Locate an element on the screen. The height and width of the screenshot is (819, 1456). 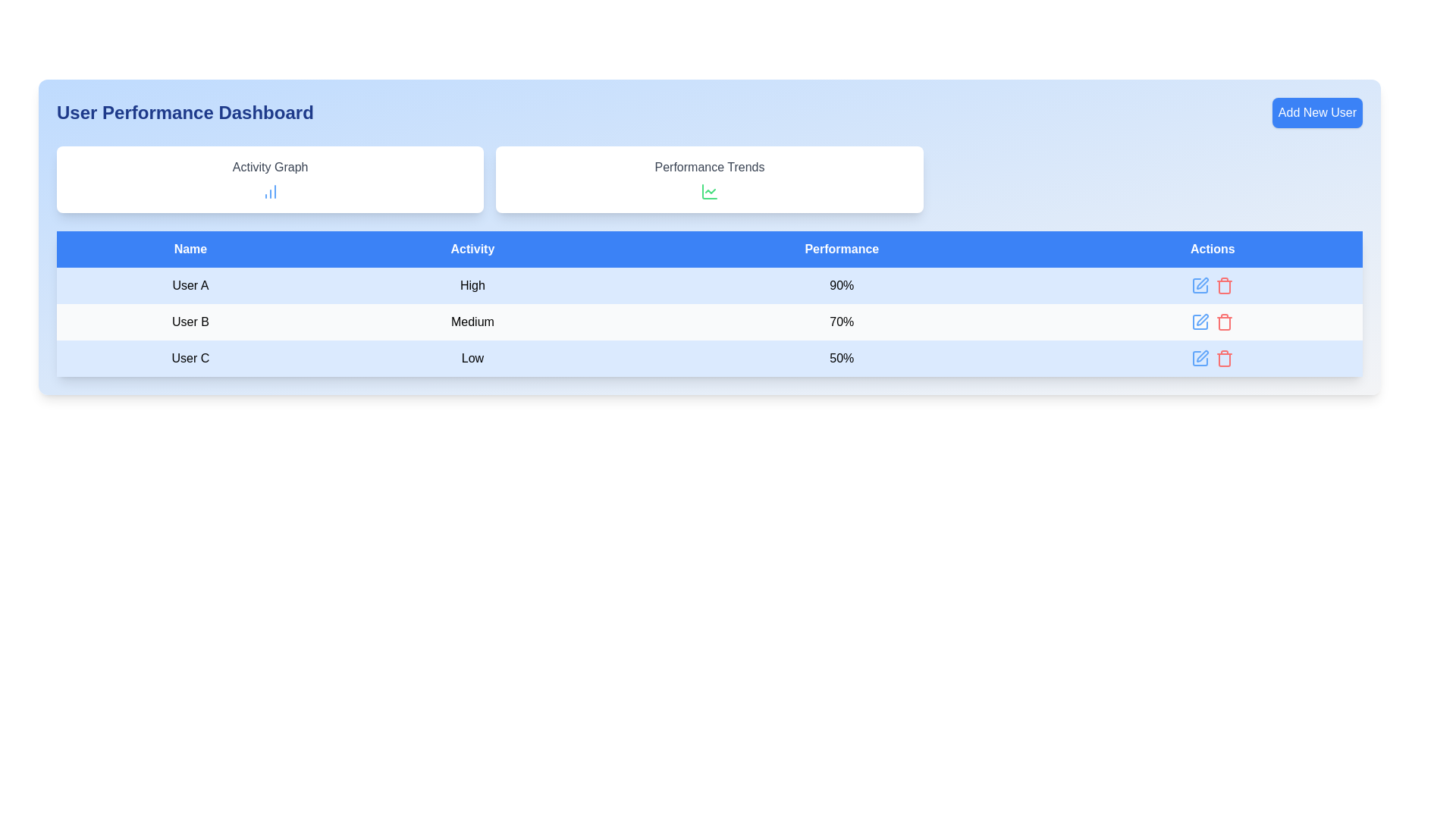
the edit action icon located in the 'Actions' column of the third row is located at coordinates (1200, 321).